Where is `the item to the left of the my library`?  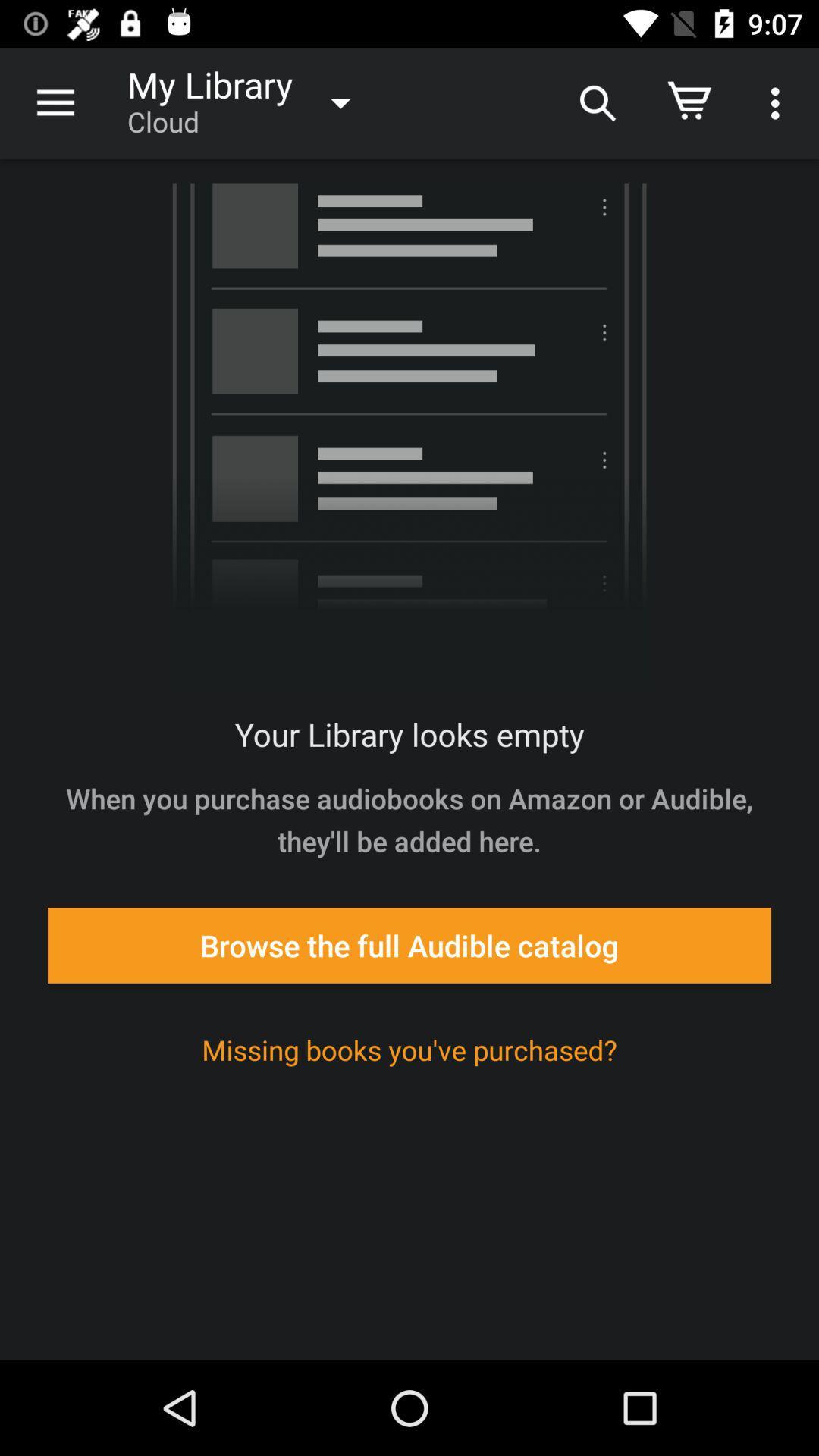
the item to the left of the my library is located at coordinates (55, 102).